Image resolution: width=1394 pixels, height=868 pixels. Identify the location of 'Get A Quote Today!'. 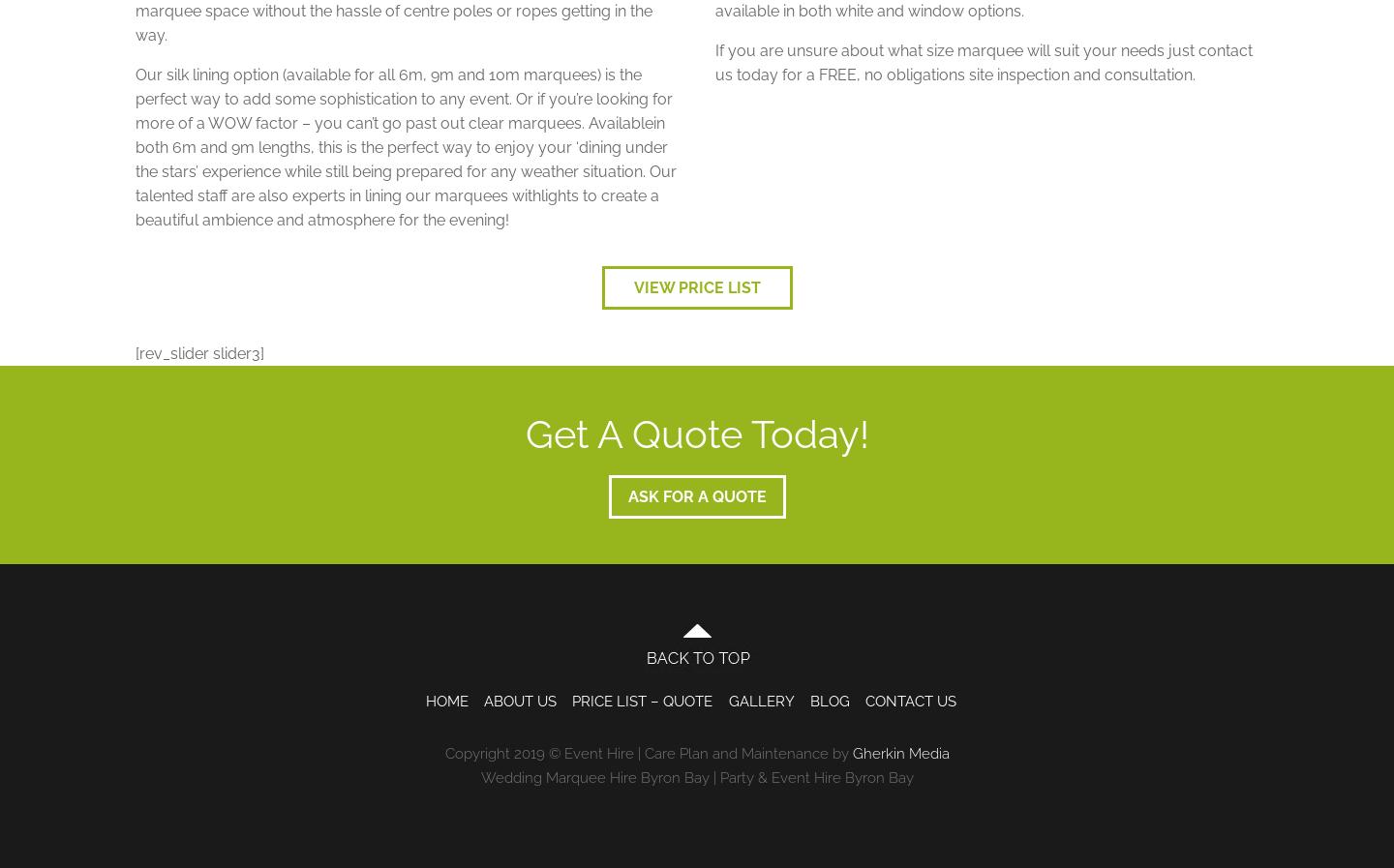
(696, 432).